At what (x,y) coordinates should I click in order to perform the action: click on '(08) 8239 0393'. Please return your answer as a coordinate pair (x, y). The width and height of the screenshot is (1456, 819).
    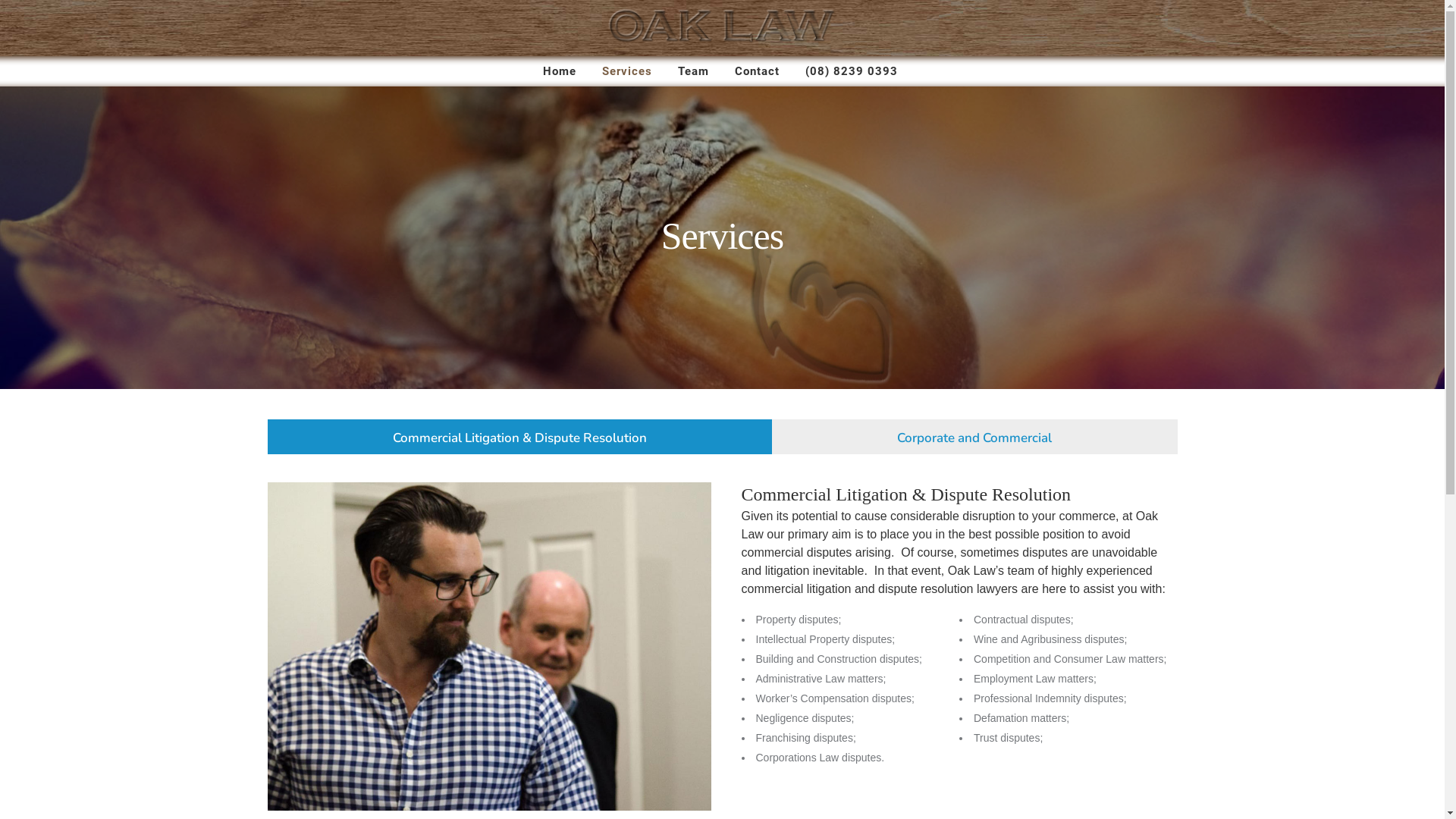
    Looking at the image, I should click on (852, 71).